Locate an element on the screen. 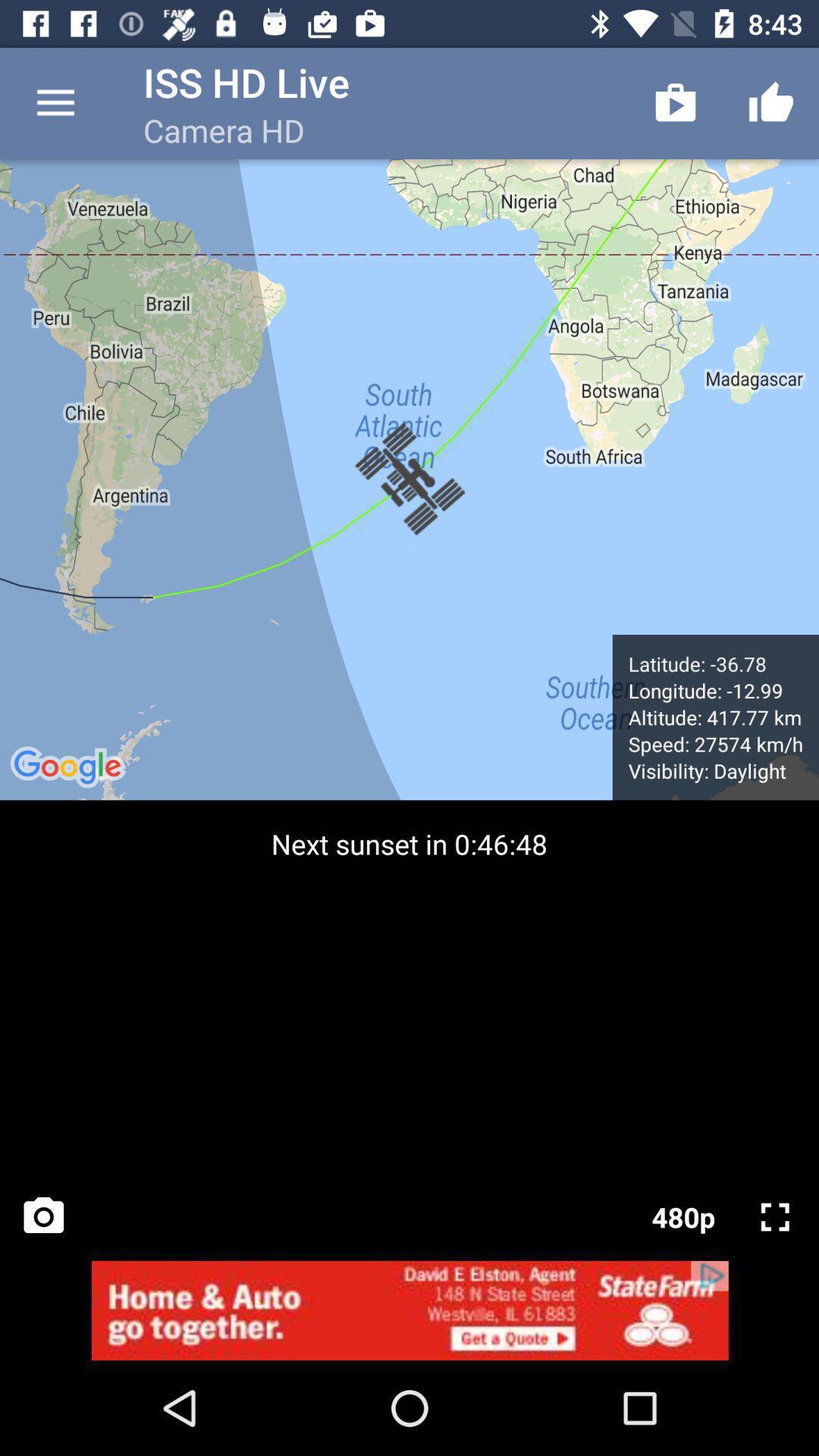 The height and width of the screenshot is (1456, 819). camera selection is located at coordinates (42, 1216).